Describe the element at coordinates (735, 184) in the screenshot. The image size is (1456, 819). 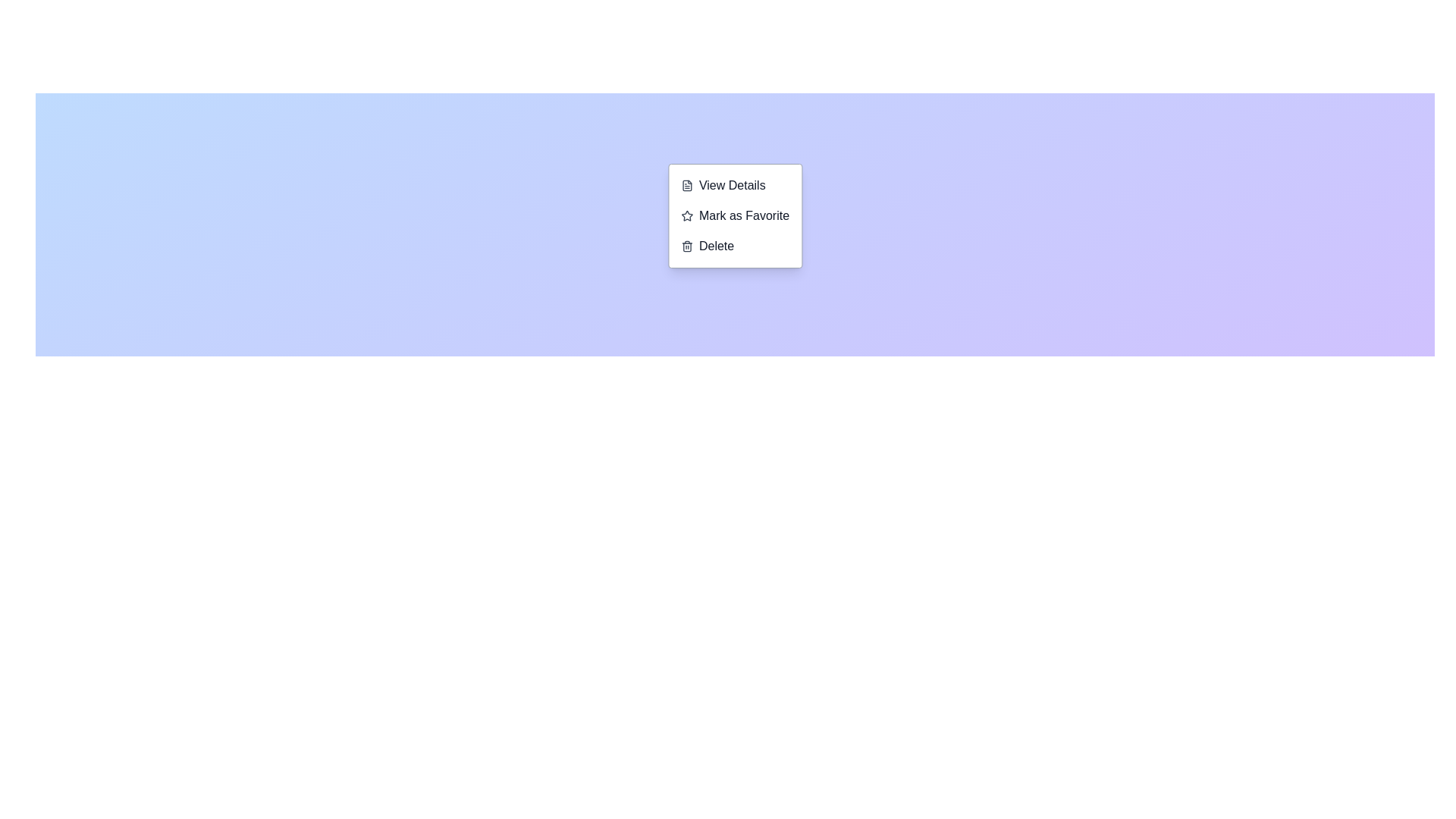
I see `the 'View Details' option in the menu` at that location.